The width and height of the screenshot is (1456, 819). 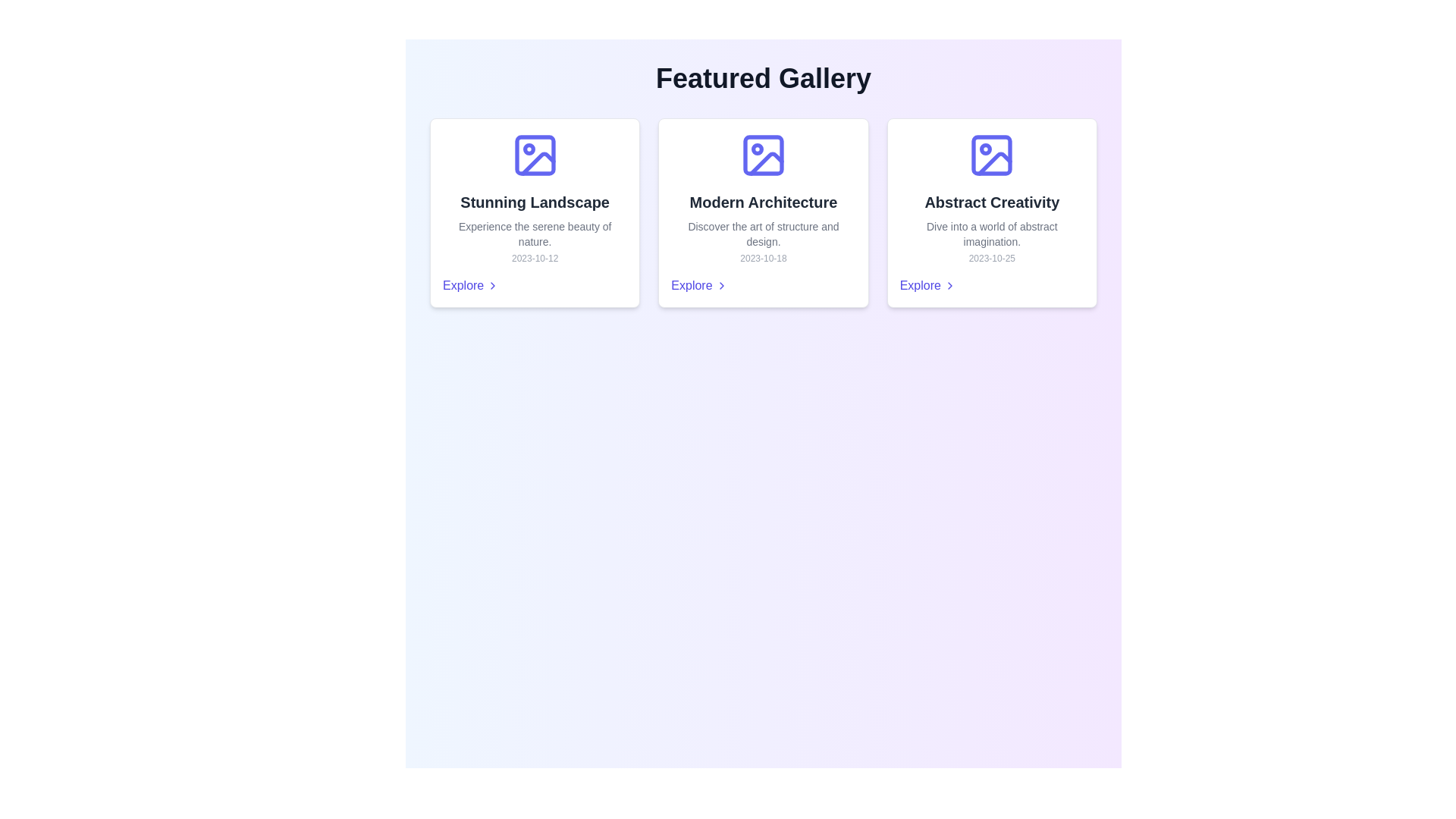 I want to click on the right-facing arrow icon of the 'Explore' link within the 'Abstract Creativity' card to trigger any available hover effects, so click(x=949, y=286).